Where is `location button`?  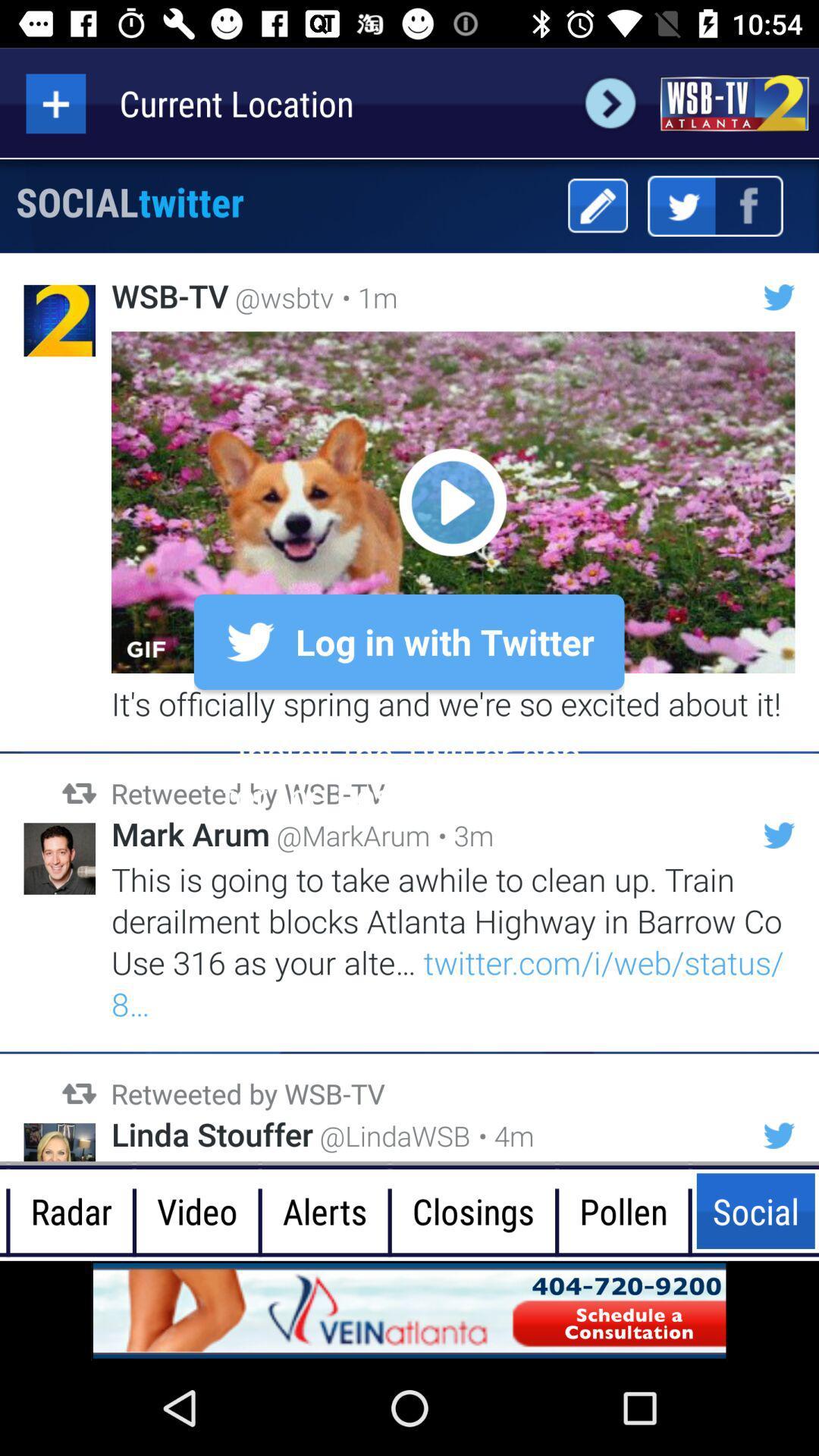
location button is located at coordinates (55, 102).